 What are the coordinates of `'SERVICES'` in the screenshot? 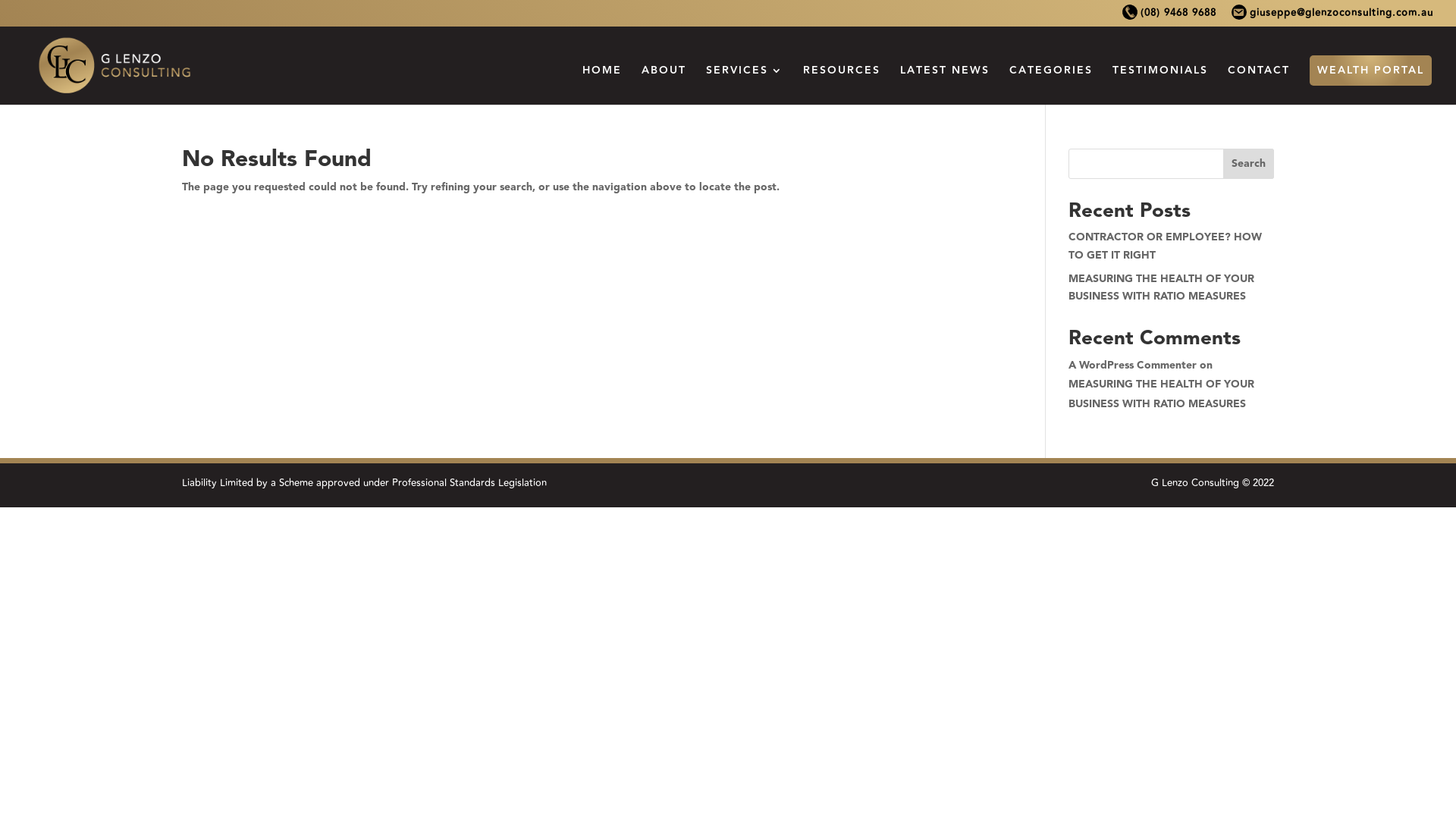 It's located at (705, 84).